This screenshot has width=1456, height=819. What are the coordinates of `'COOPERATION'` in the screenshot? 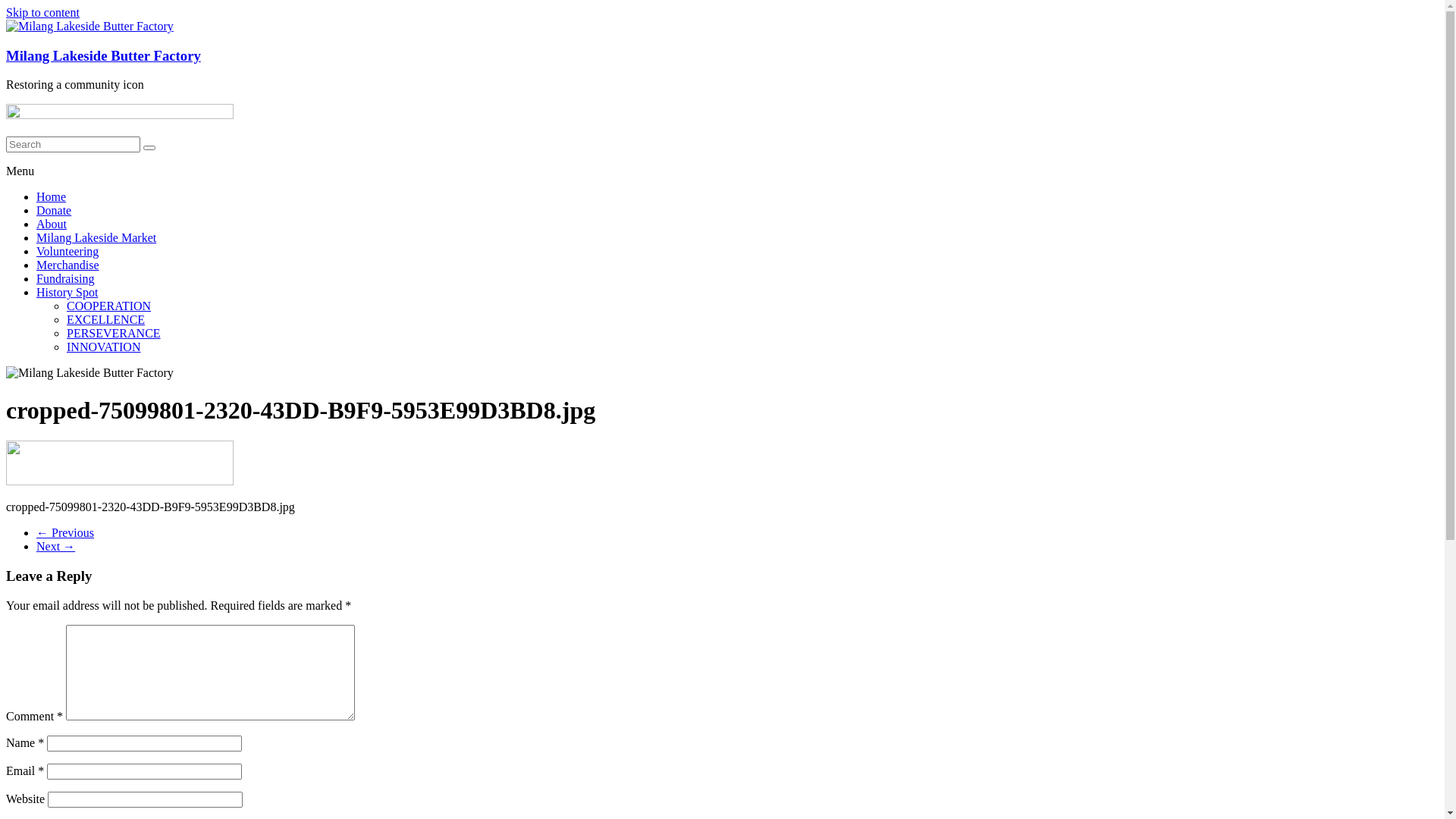 It's located at (65, 306).